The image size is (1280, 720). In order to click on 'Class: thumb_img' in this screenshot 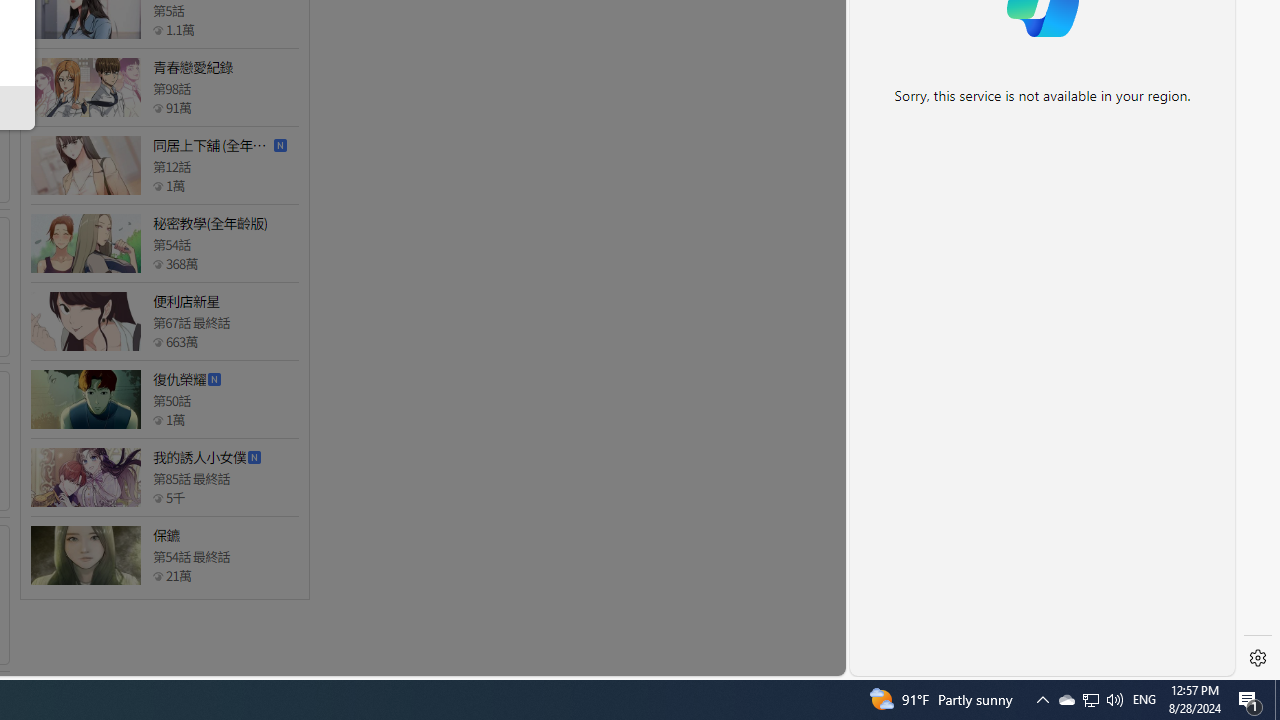, I will do `click(84, 555)`.